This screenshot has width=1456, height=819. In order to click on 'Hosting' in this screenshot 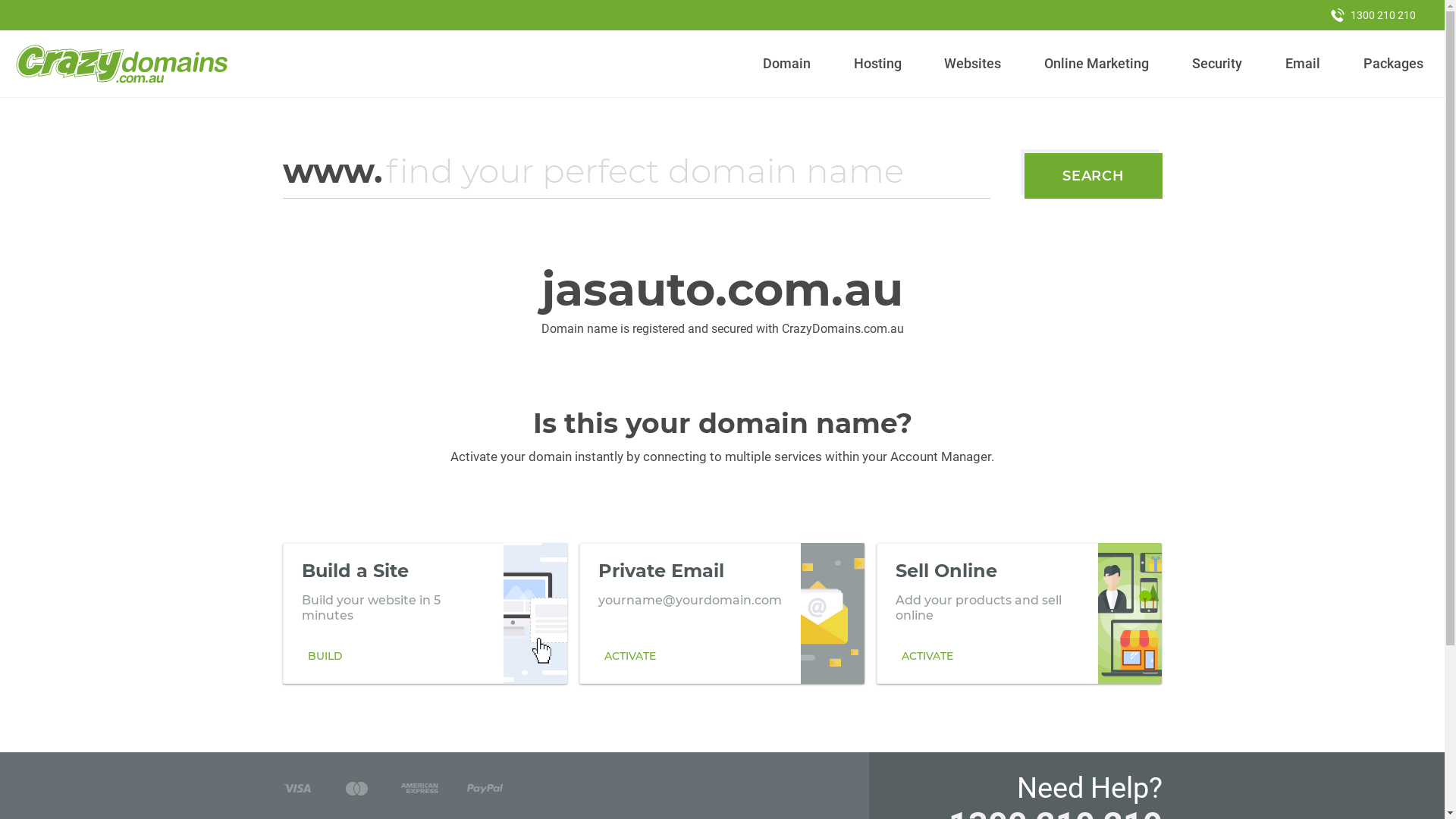, I will do `click(877, 63)`.